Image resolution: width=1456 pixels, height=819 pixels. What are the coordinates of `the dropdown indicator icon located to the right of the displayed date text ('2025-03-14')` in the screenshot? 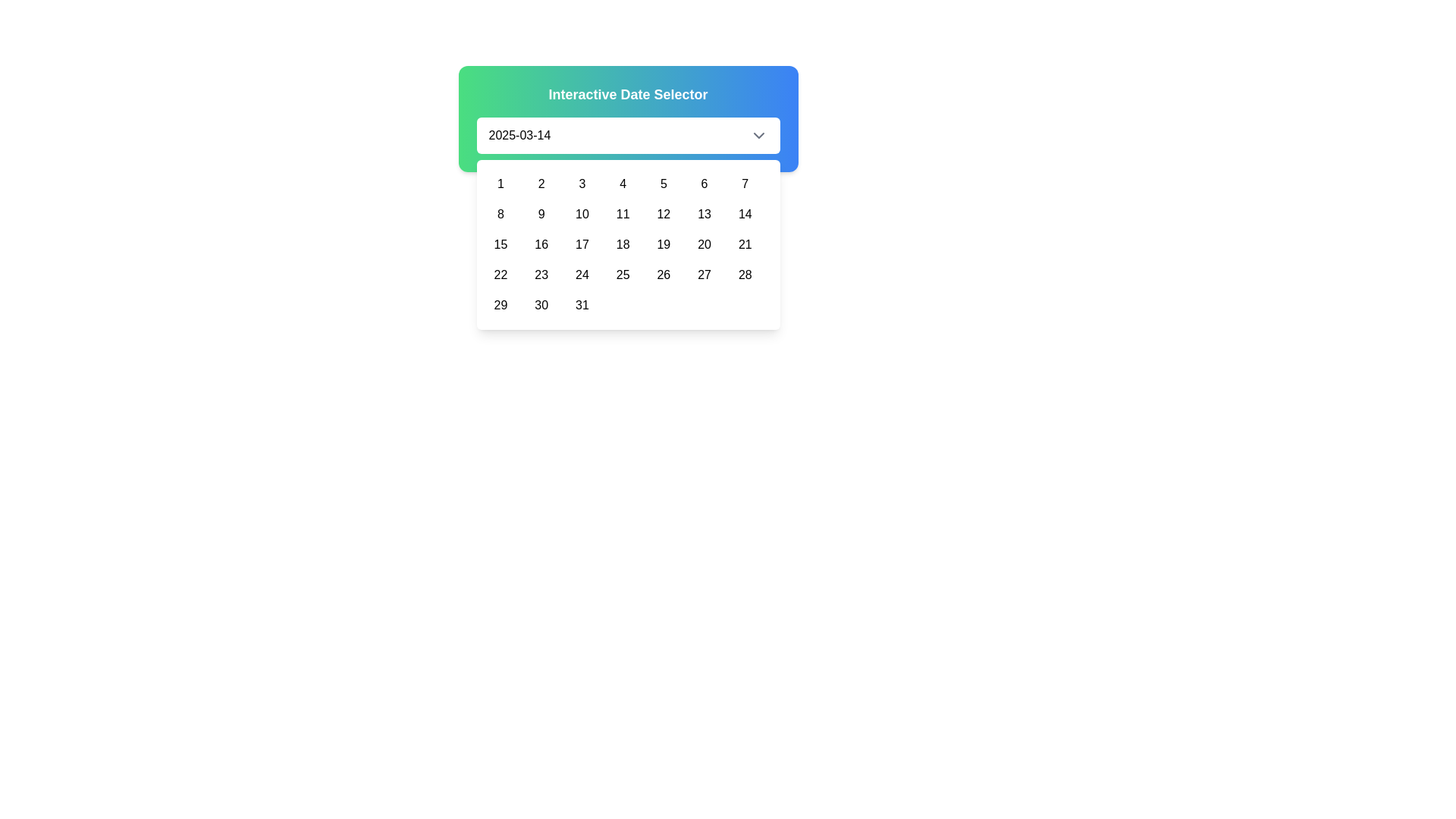 It's located at (758, 134).